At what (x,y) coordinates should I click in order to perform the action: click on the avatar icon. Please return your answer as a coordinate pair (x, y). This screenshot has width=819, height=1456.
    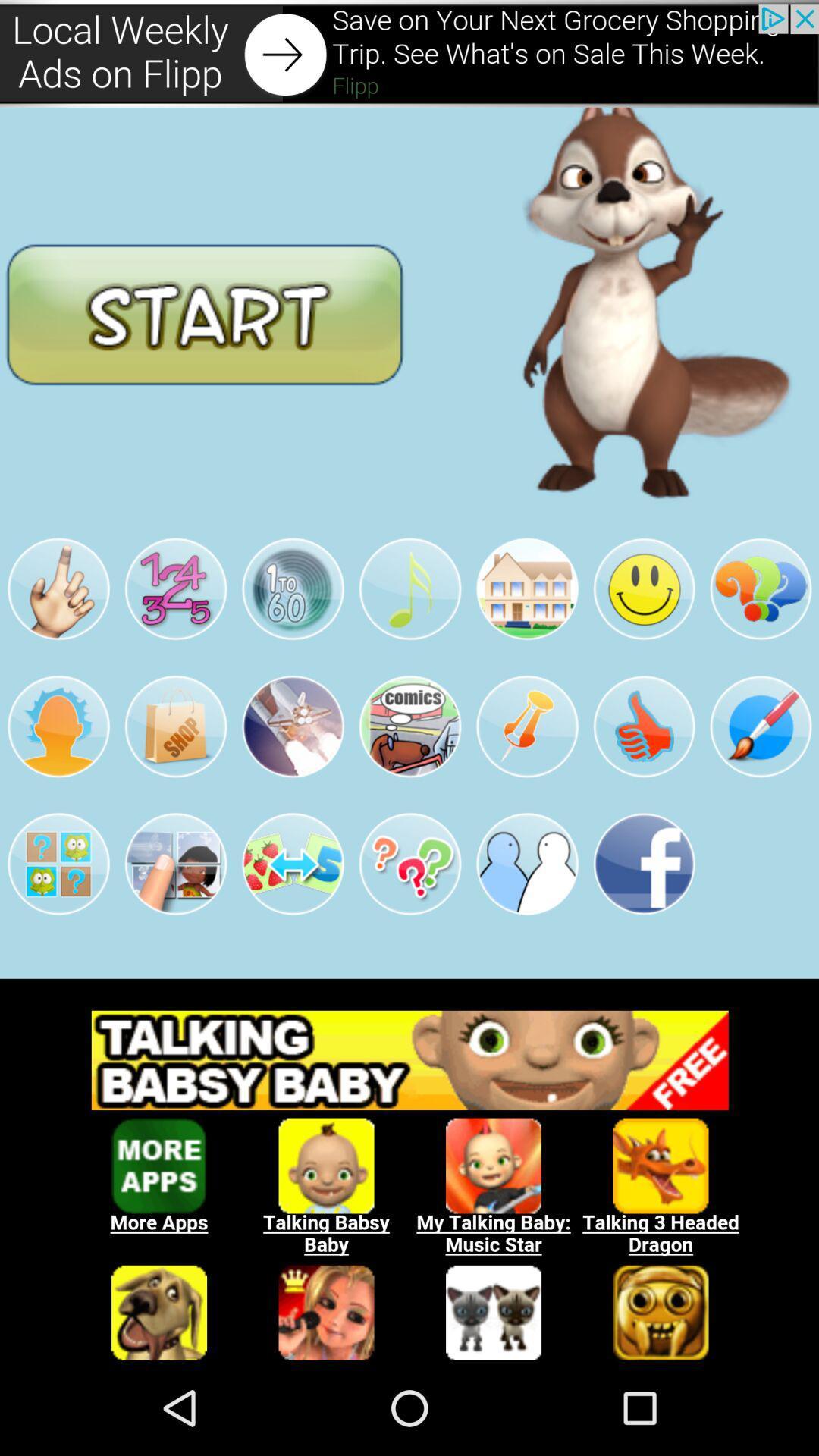
    Looking at the image, I should click on (58, 777).